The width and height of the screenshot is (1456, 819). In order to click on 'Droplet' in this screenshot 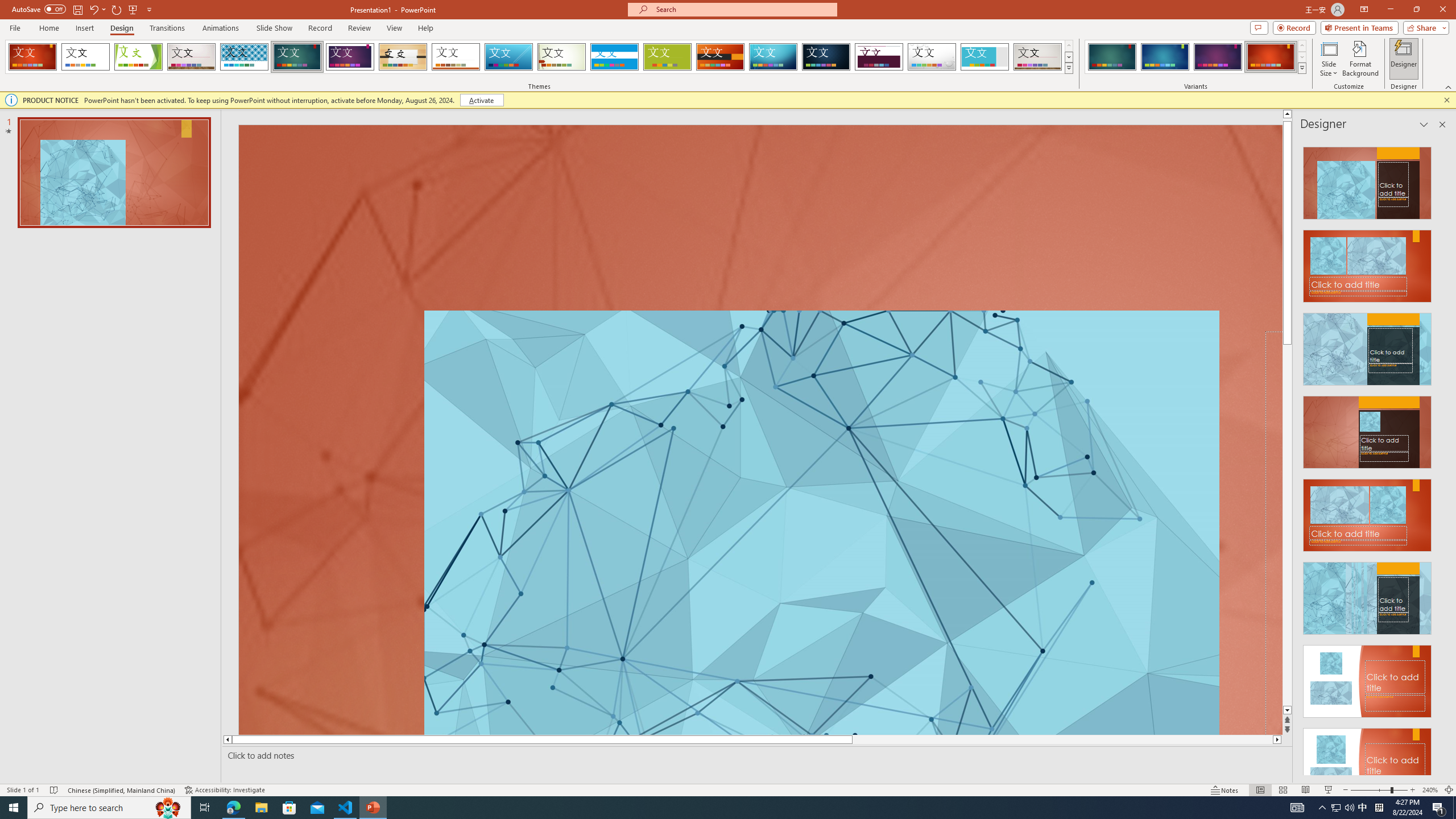, I will do `click(932, 56)`.